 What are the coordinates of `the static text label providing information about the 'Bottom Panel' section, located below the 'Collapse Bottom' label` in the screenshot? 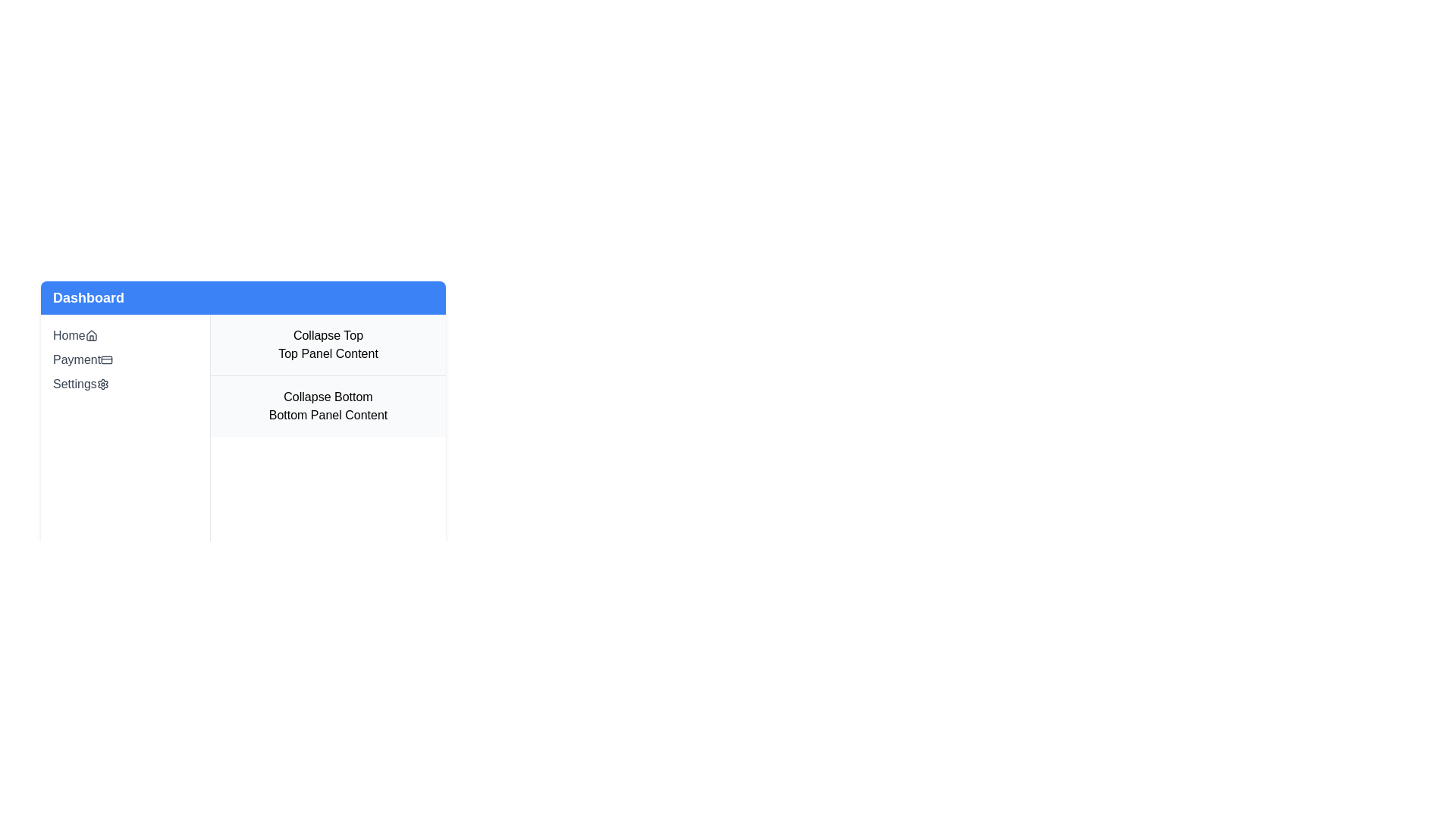 It's located at (327, 415).